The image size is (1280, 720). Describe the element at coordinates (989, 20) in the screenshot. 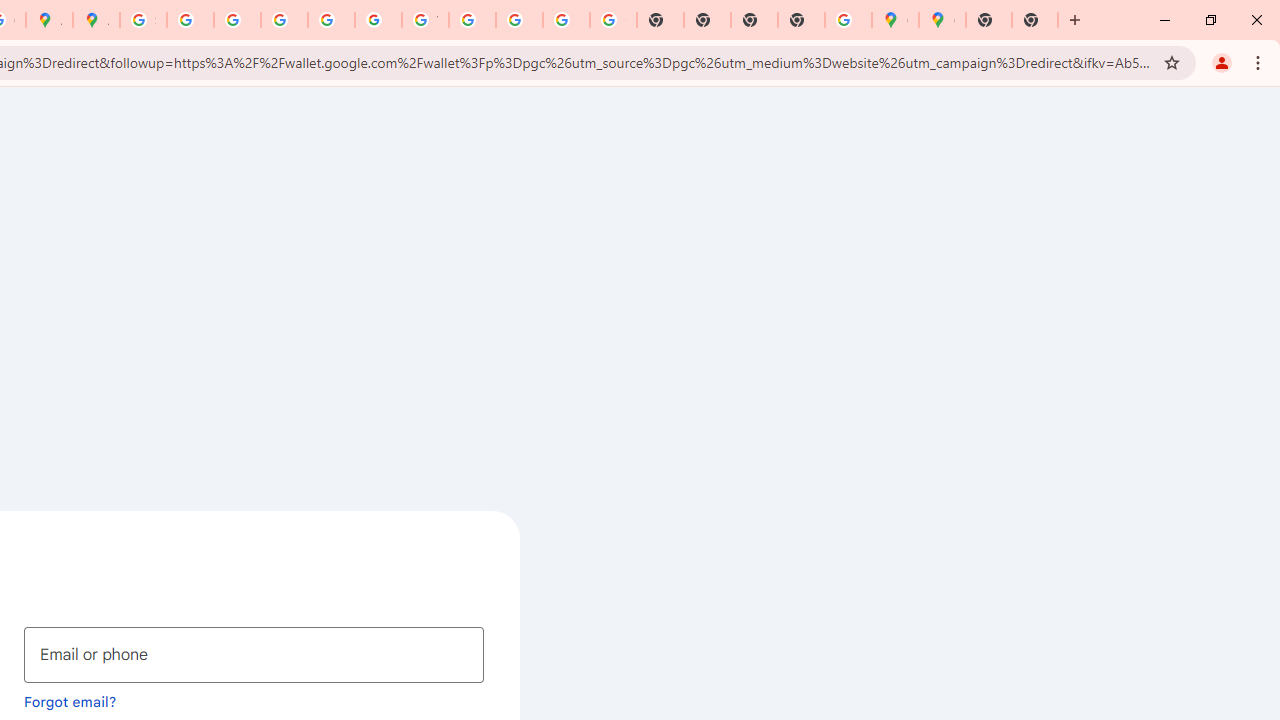

I see `'New Tab'` at that location.